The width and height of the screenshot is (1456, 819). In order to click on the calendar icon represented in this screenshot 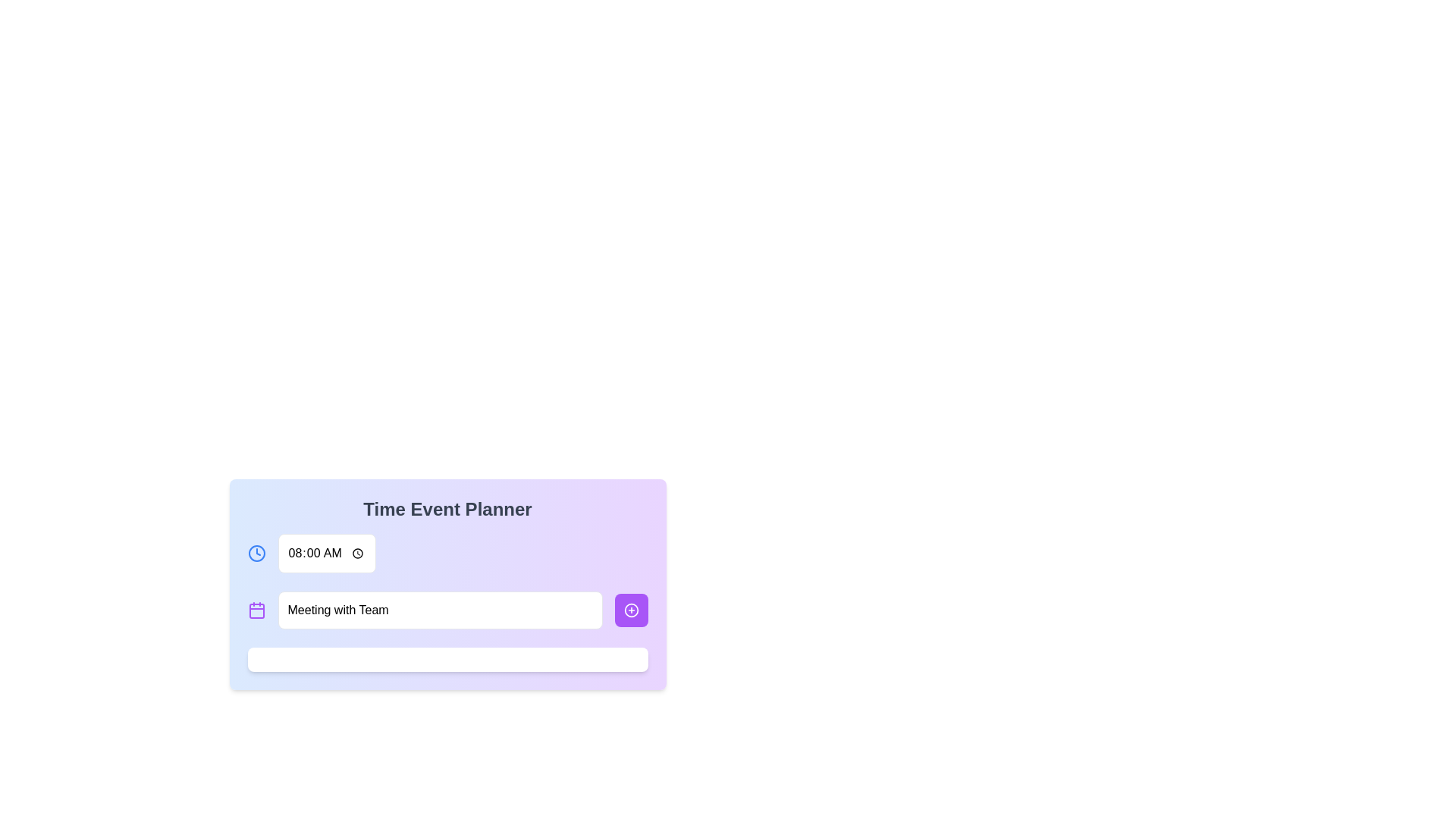, I will do `click(256, 610)`.